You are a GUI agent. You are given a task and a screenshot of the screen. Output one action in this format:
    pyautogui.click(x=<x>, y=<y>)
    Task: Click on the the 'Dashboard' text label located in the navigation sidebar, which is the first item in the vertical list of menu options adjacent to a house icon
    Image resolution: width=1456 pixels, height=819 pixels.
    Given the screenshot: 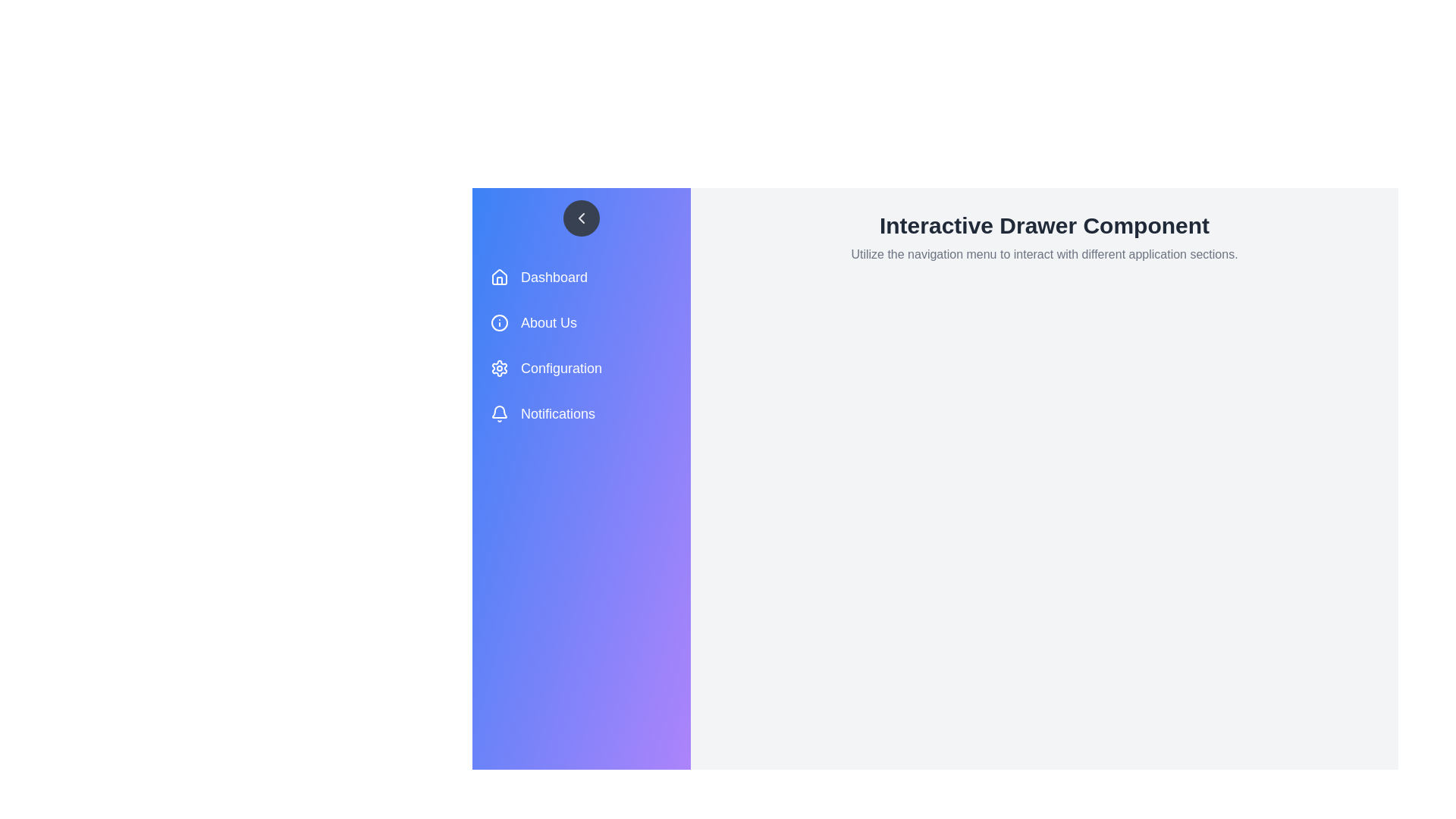 What is the action you would take?
    pyautogui.click(x=553, y=278)
    